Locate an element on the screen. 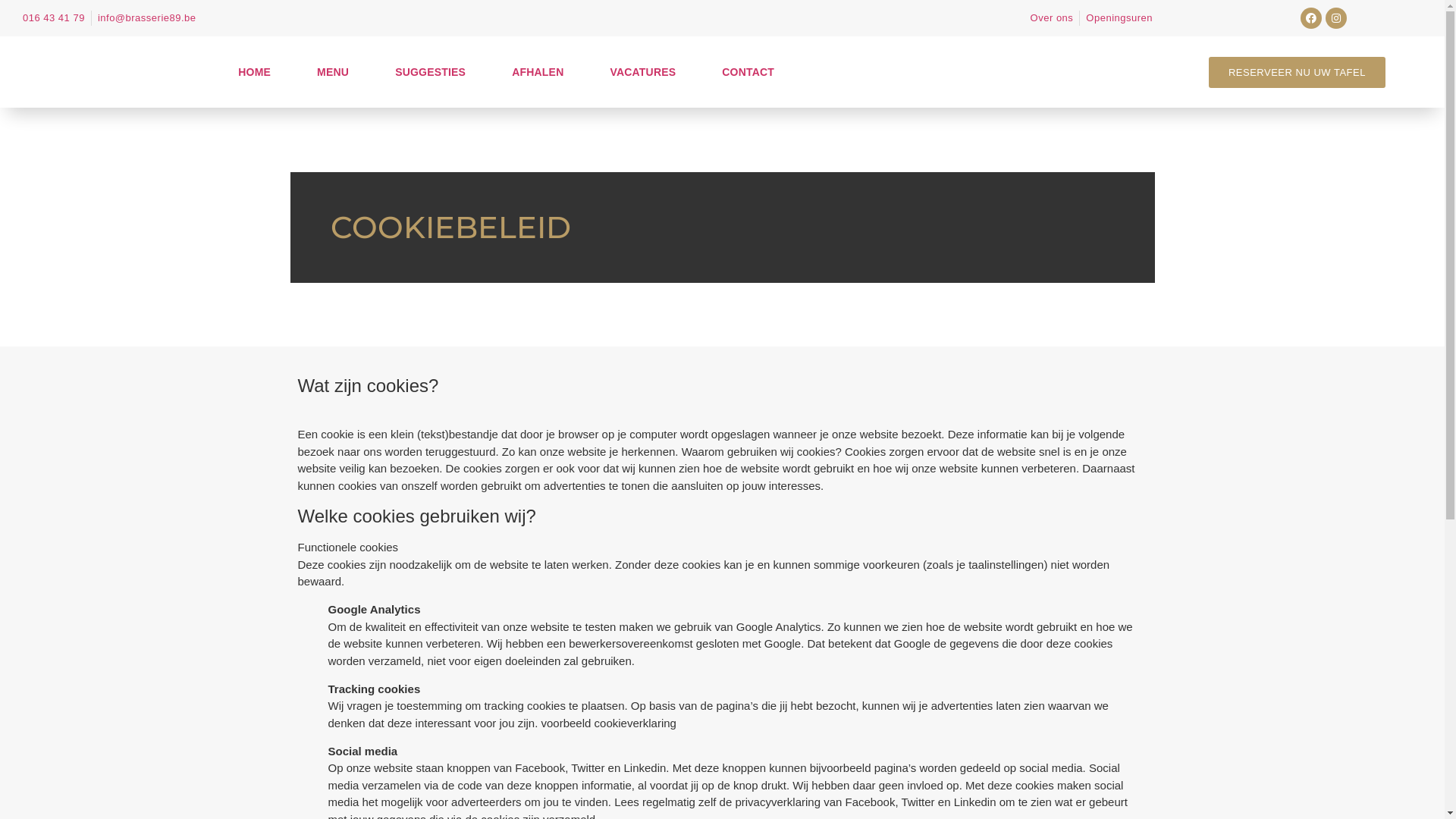 The width and height of the screenshot is (1456, 819). 'CONTACT' is located at coordinates (705, 72).